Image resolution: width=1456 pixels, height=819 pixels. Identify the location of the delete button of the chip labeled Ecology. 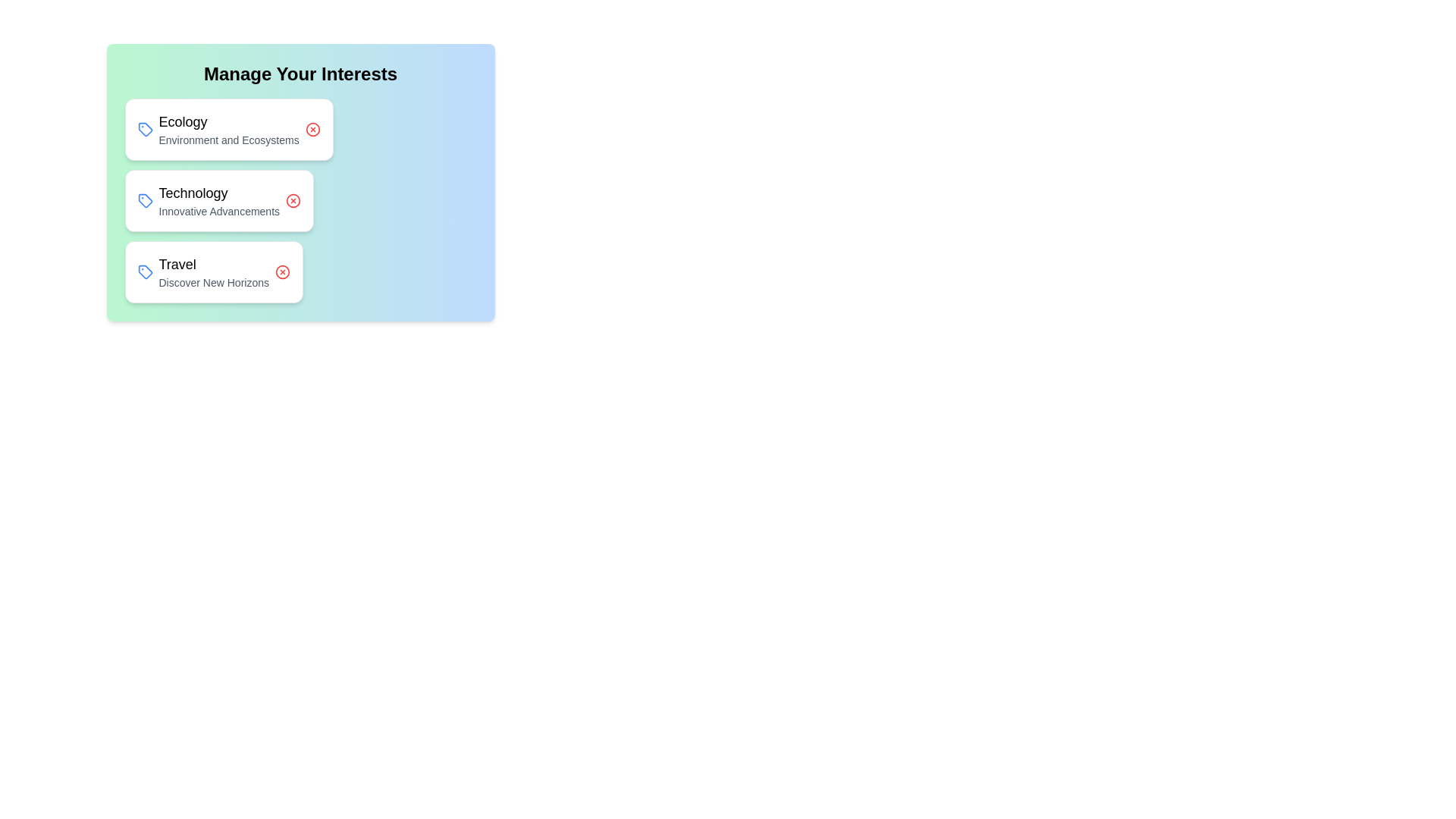
(312, 128).